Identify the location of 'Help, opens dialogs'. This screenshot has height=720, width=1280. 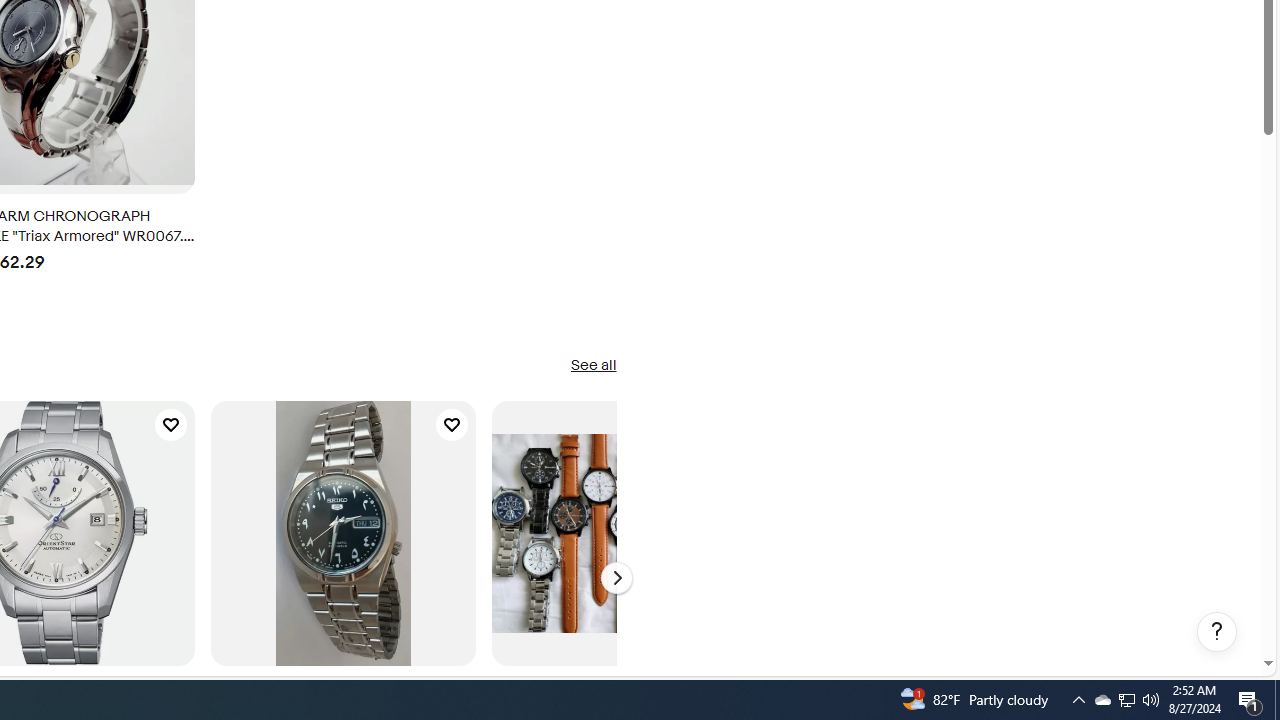
(1216, 632).